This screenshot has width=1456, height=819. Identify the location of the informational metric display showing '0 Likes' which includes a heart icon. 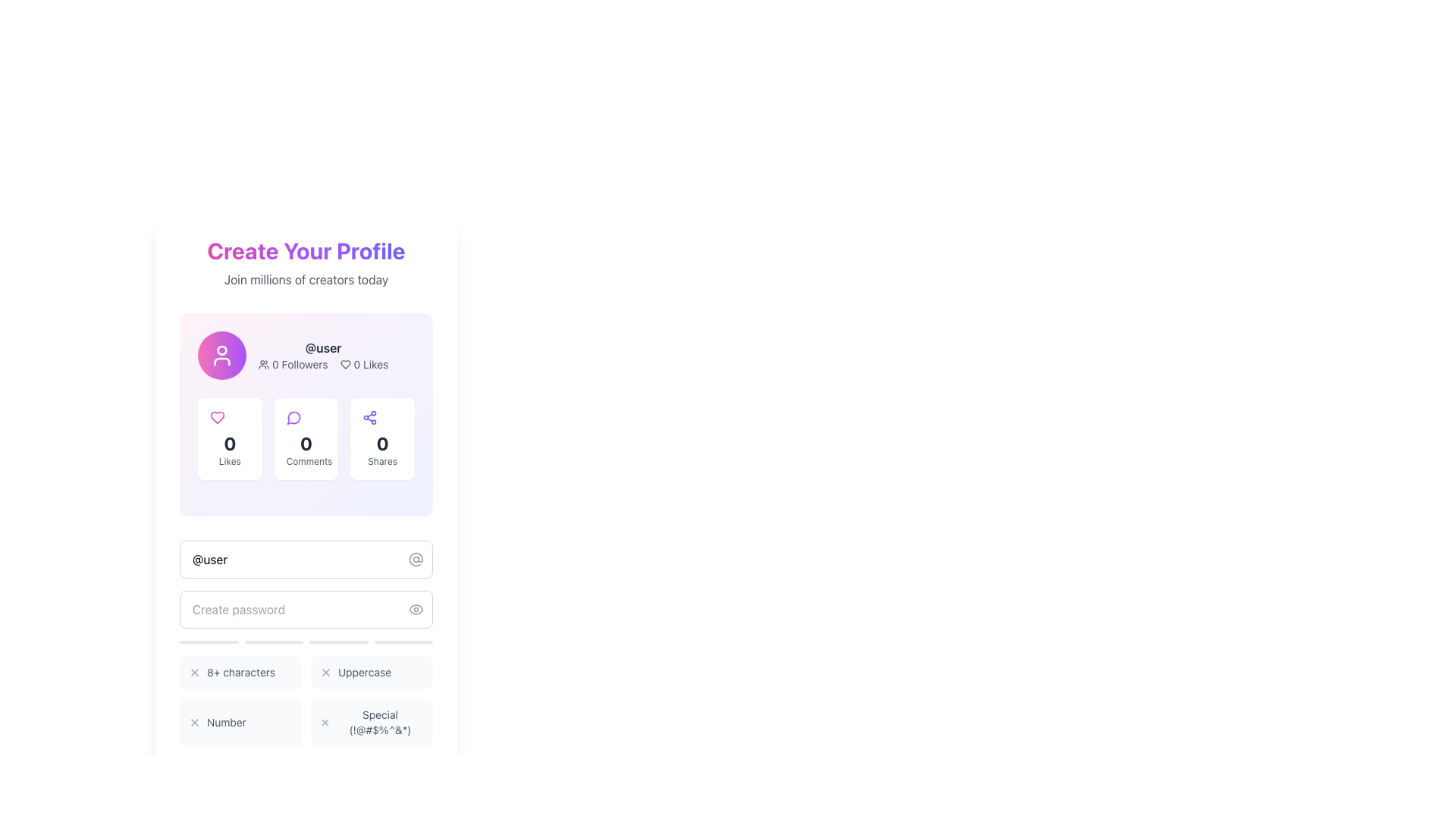
(364, 365).